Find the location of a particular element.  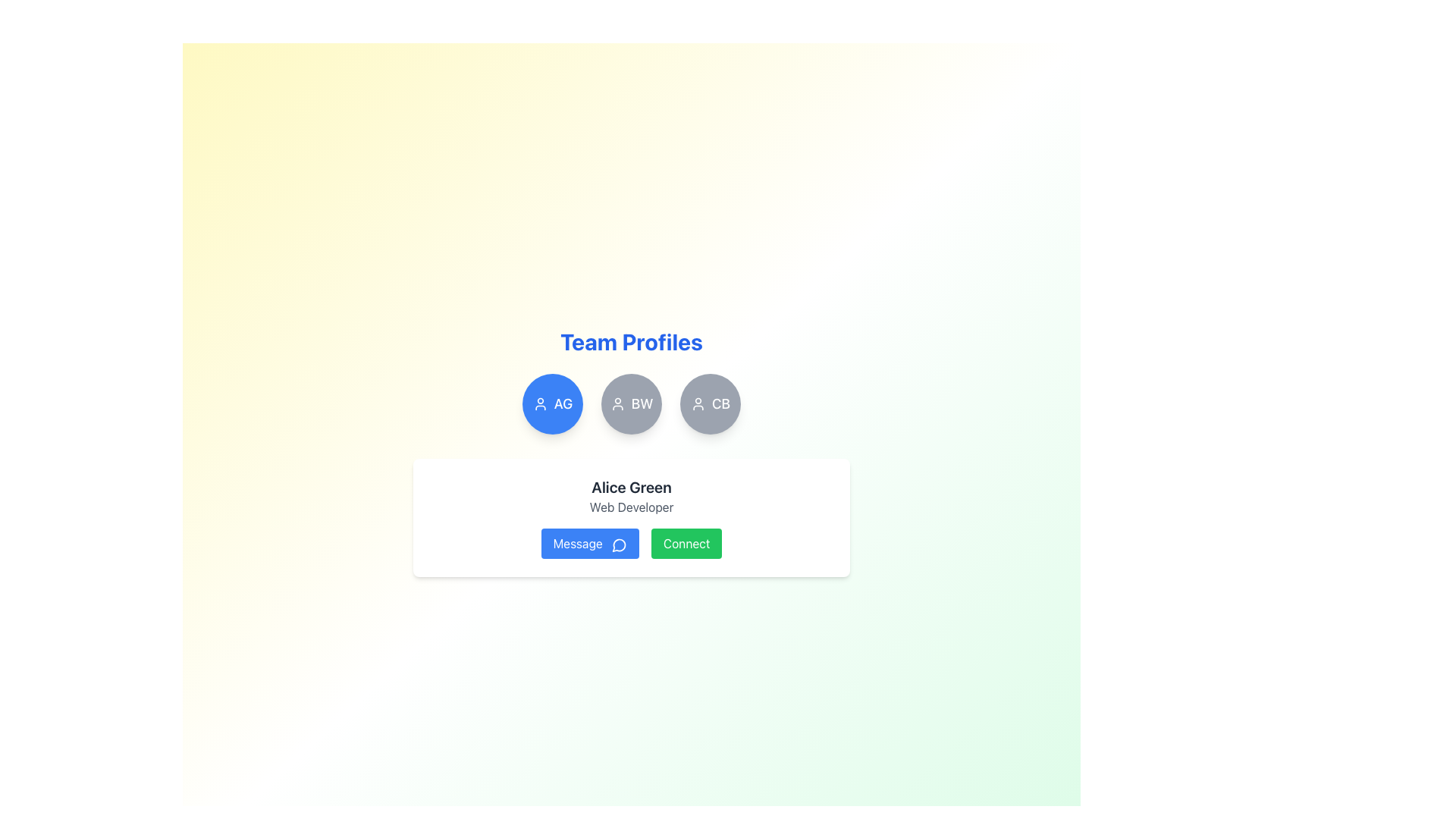

the 'Message' button with a royal blue background and white text is located at coordinates (589, 543).